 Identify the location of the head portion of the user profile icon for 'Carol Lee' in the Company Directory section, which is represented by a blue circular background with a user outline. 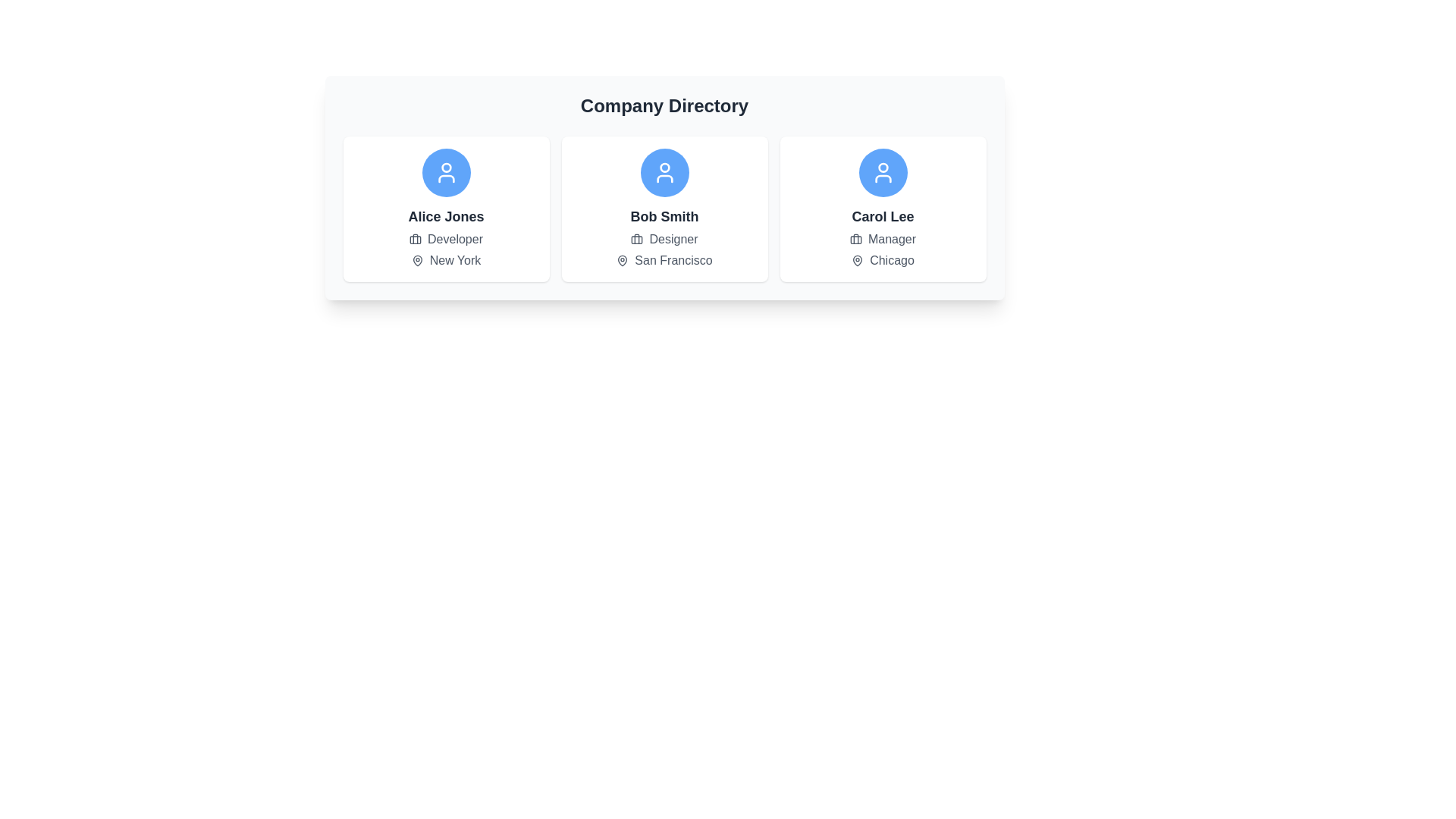
(883, 168).